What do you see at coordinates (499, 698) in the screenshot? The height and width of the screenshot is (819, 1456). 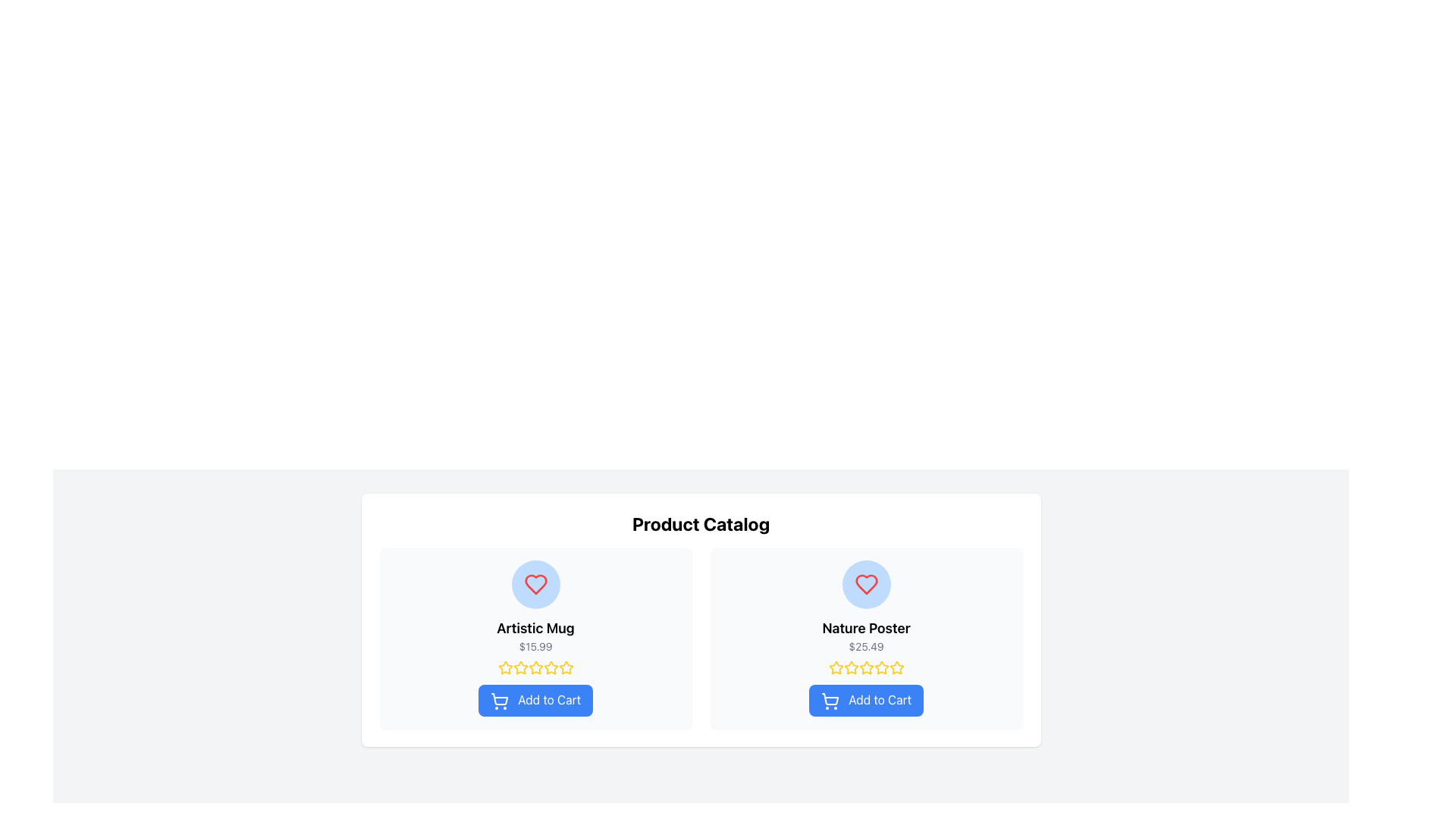 I see `the shopping cart icon located at the far left of the 'Add to Cart' button for the 'Artistic Mug' product` at bounding box center [499, 698].